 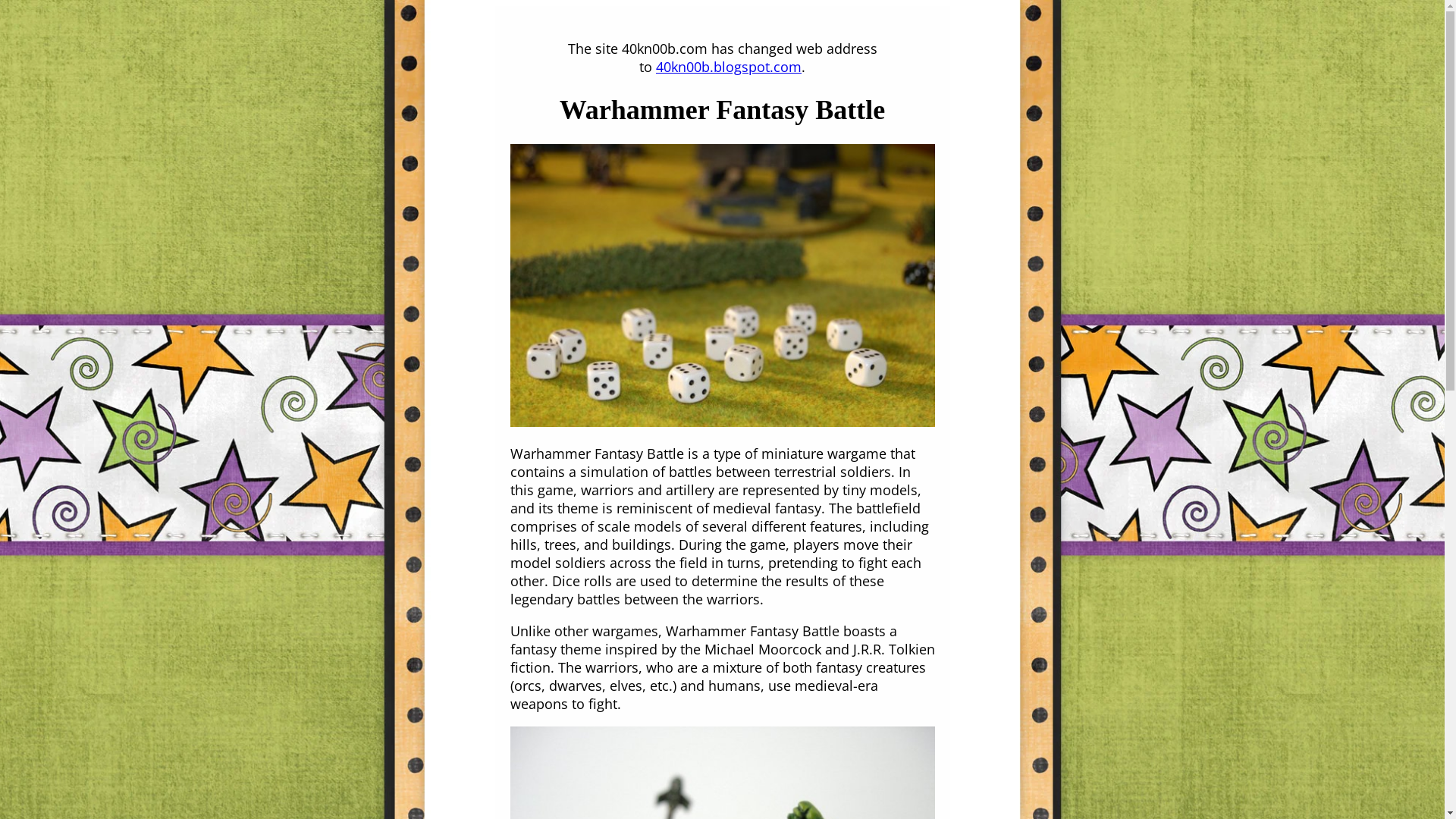 What do you see at coordinates (655, 66) in the screenshot?
I see `'40kn00b.blogspot.com'` at bounding box center [655, 66].